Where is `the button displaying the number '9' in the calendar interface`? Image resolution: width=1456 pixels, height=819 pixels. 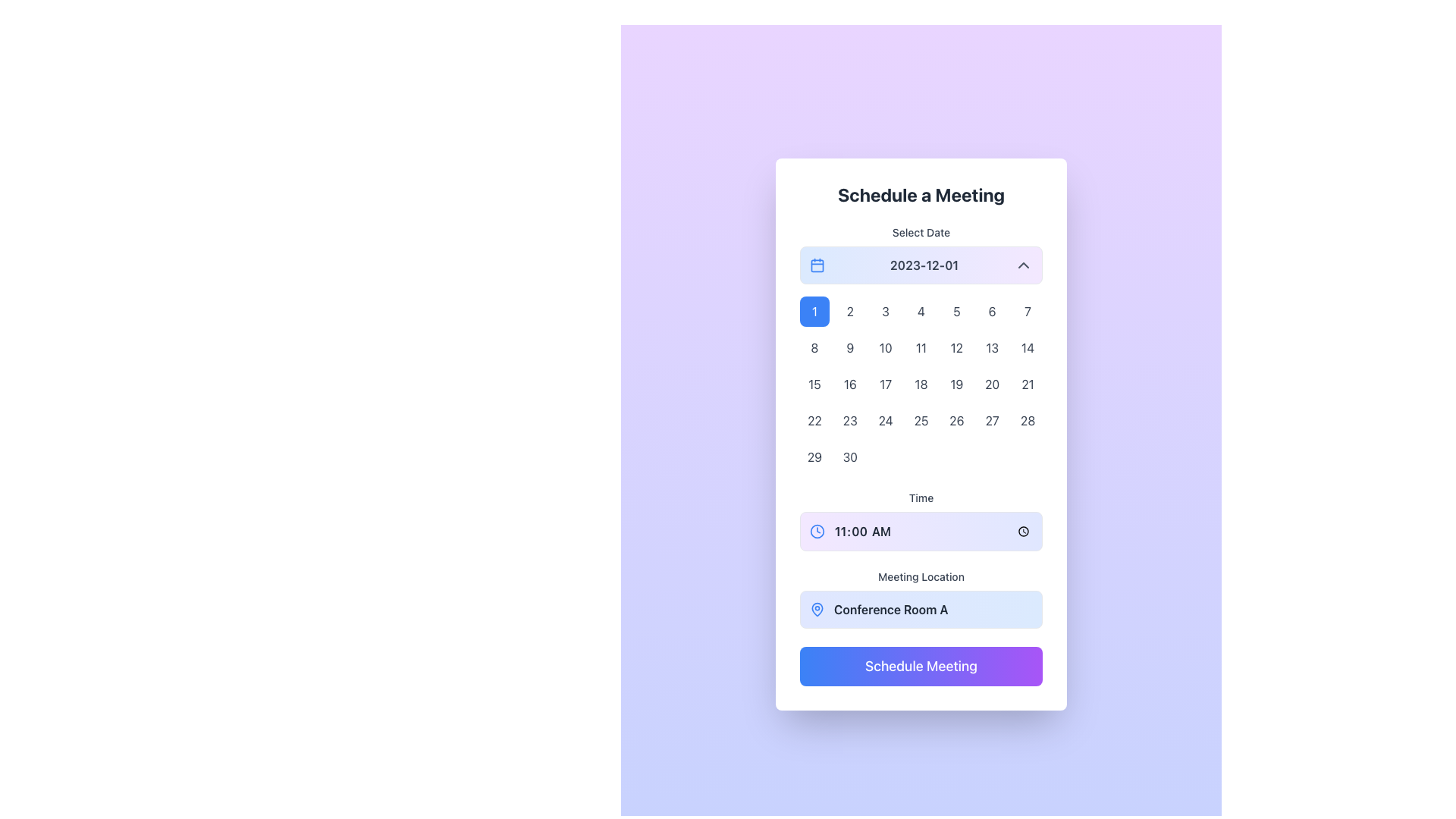
the button displaying the number '9' in the calendar interface is located at coordinates (850, 348).